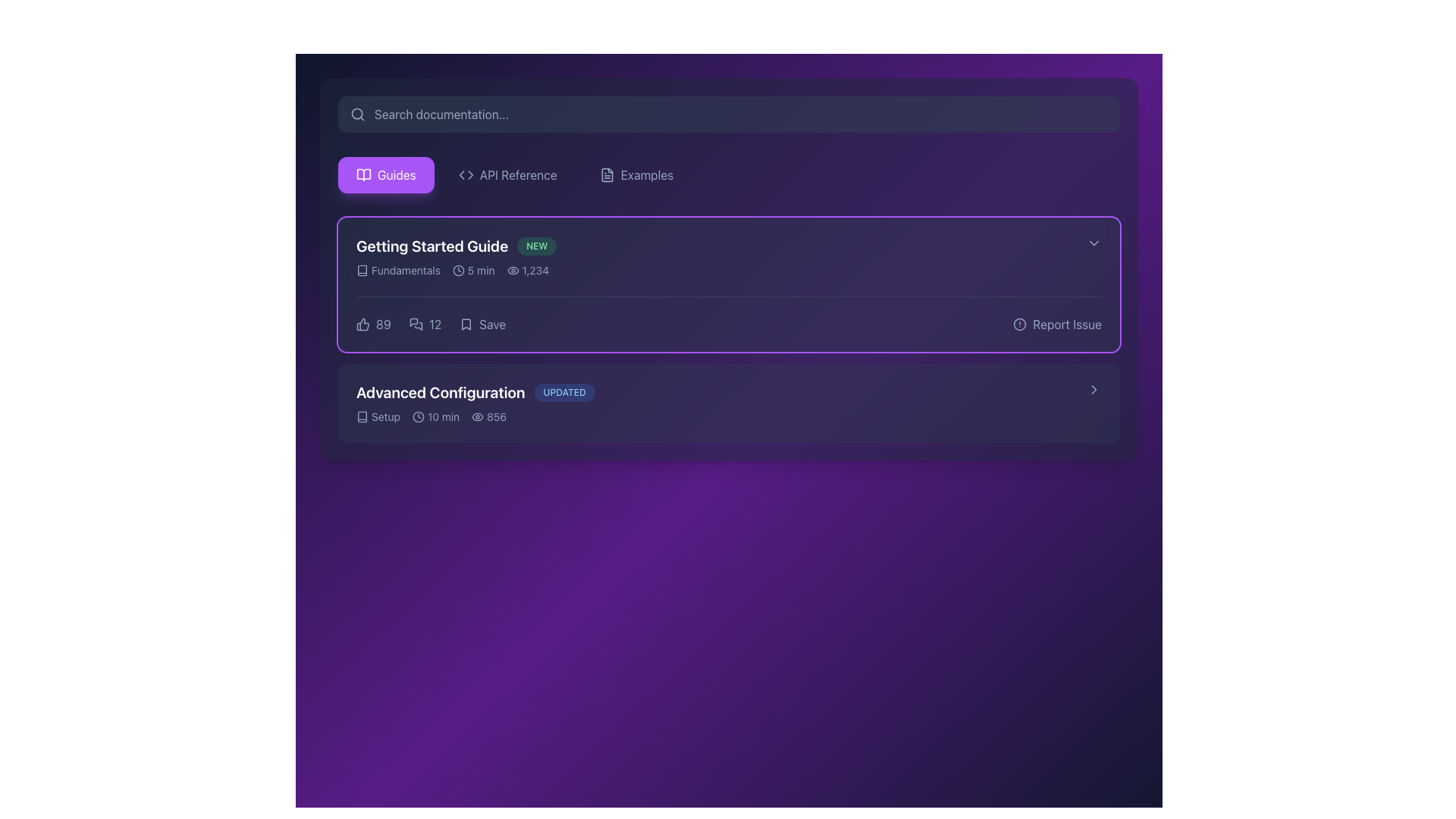  I want to click on the 'API Reference' button, which is styled with rounded corners and features a code icon next to the text, so click(507, 174).